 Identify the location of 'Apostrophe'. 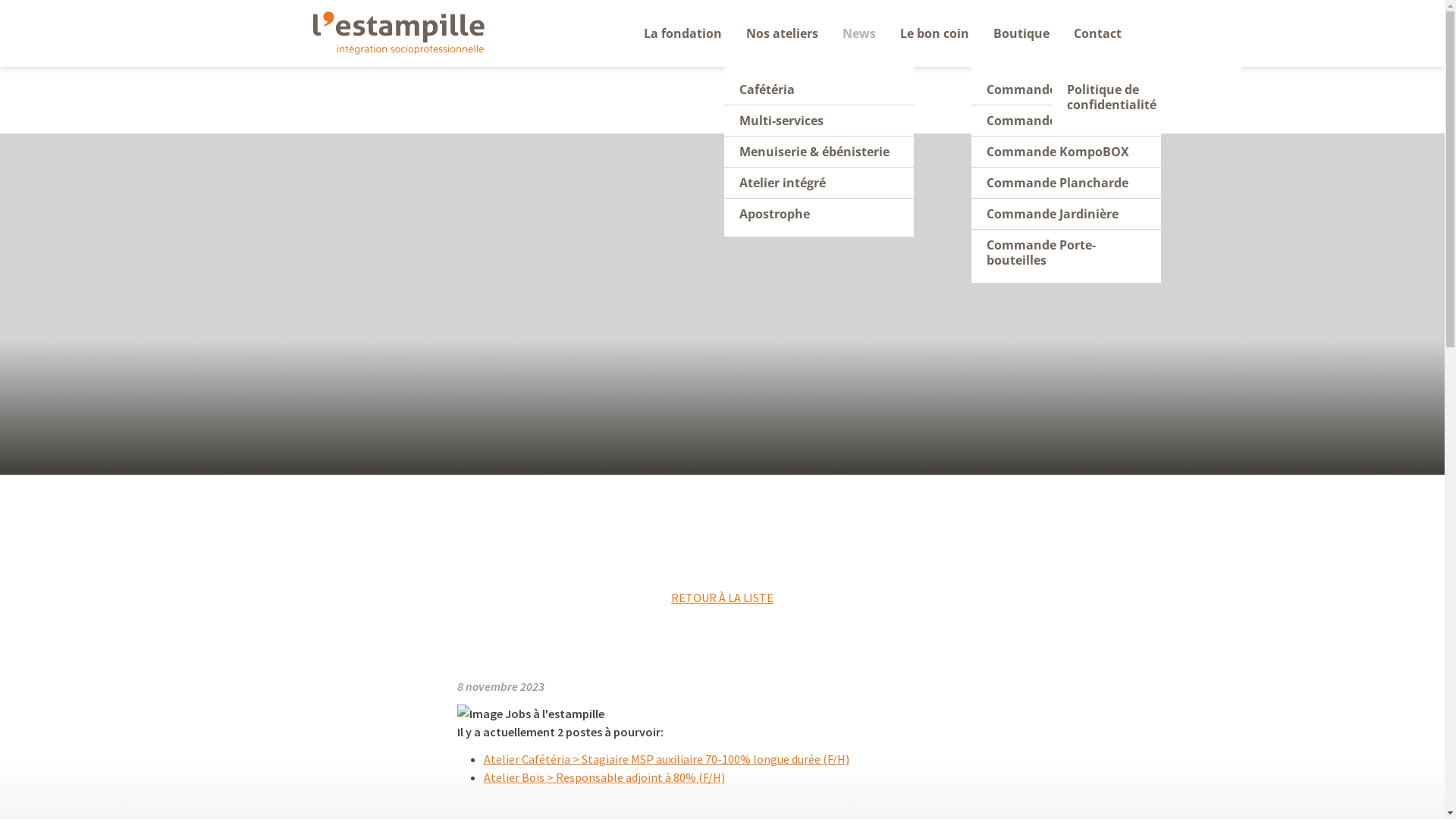
(817, 213).